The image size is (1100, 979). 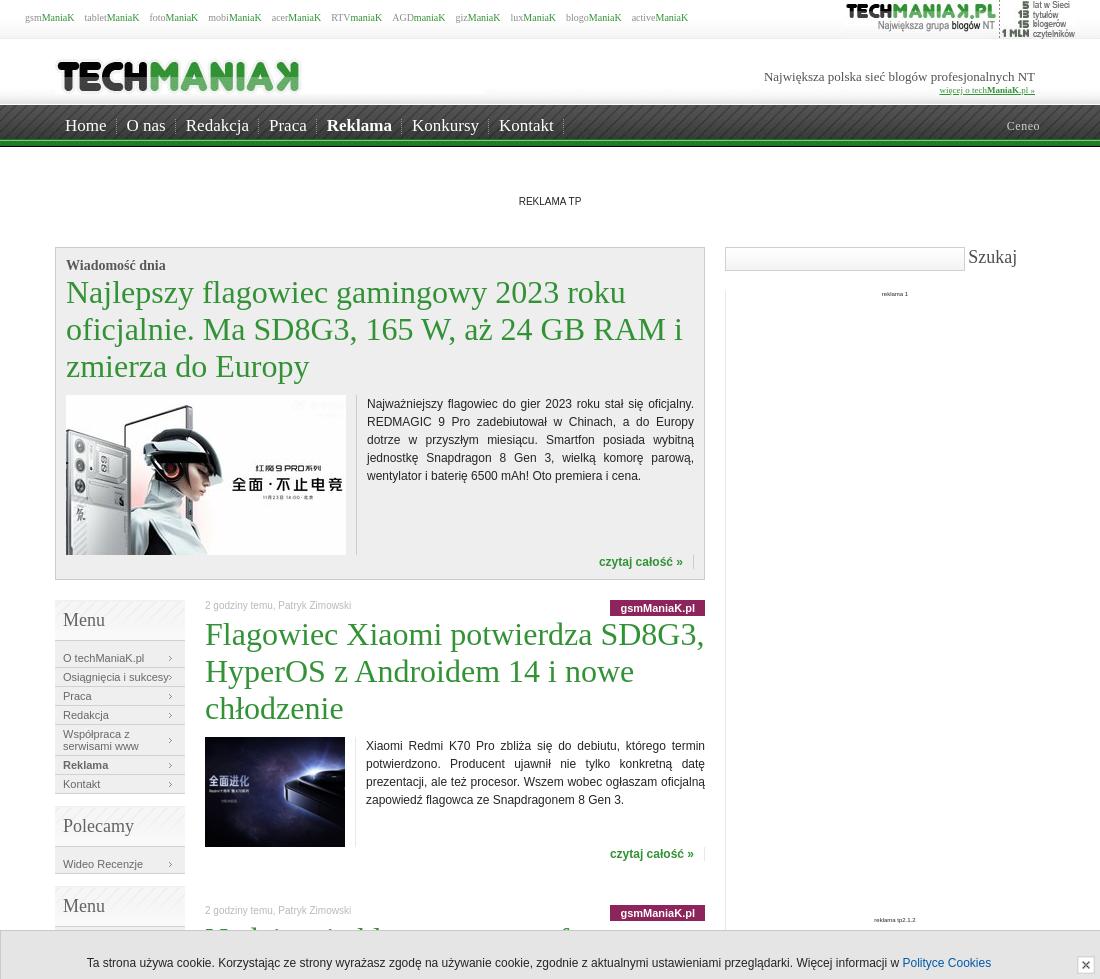 What do you see at coordinates (374, 329) in the screenshot?
I see `'Najlepszy flagowiec gamingowy 2023 roku oficjalnie. Ma SD8G3, 165 W, aż 24 GB RAM i zmierza do Europy'` at bounding box center [374, 329].